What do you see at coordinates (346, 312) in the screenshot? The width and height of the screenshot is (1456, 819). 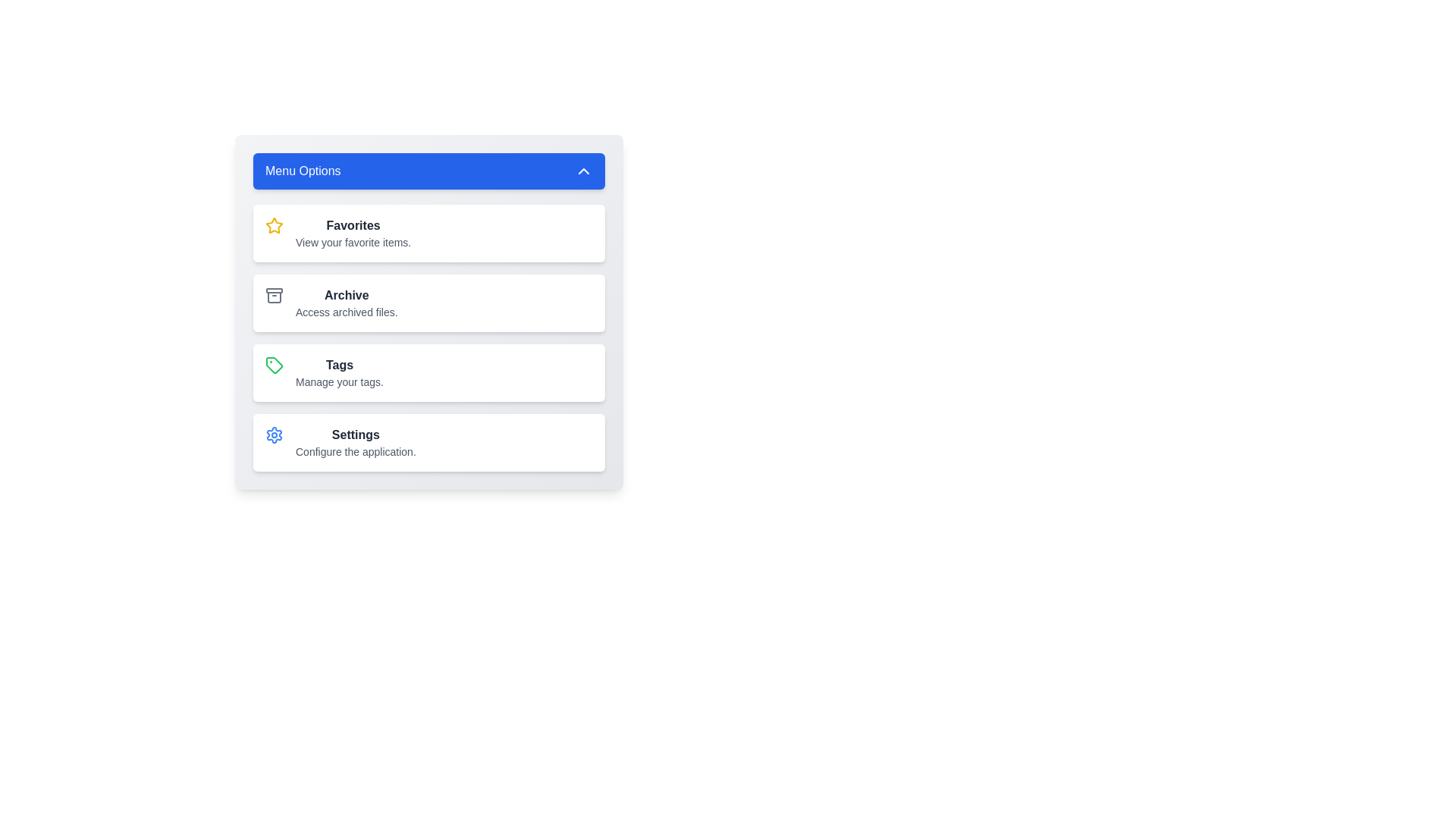 I see `the text block displaying 'Access archived files.' which is located beneath the bold title 'Archive' in the menu options` at bounding box center [346, 312].